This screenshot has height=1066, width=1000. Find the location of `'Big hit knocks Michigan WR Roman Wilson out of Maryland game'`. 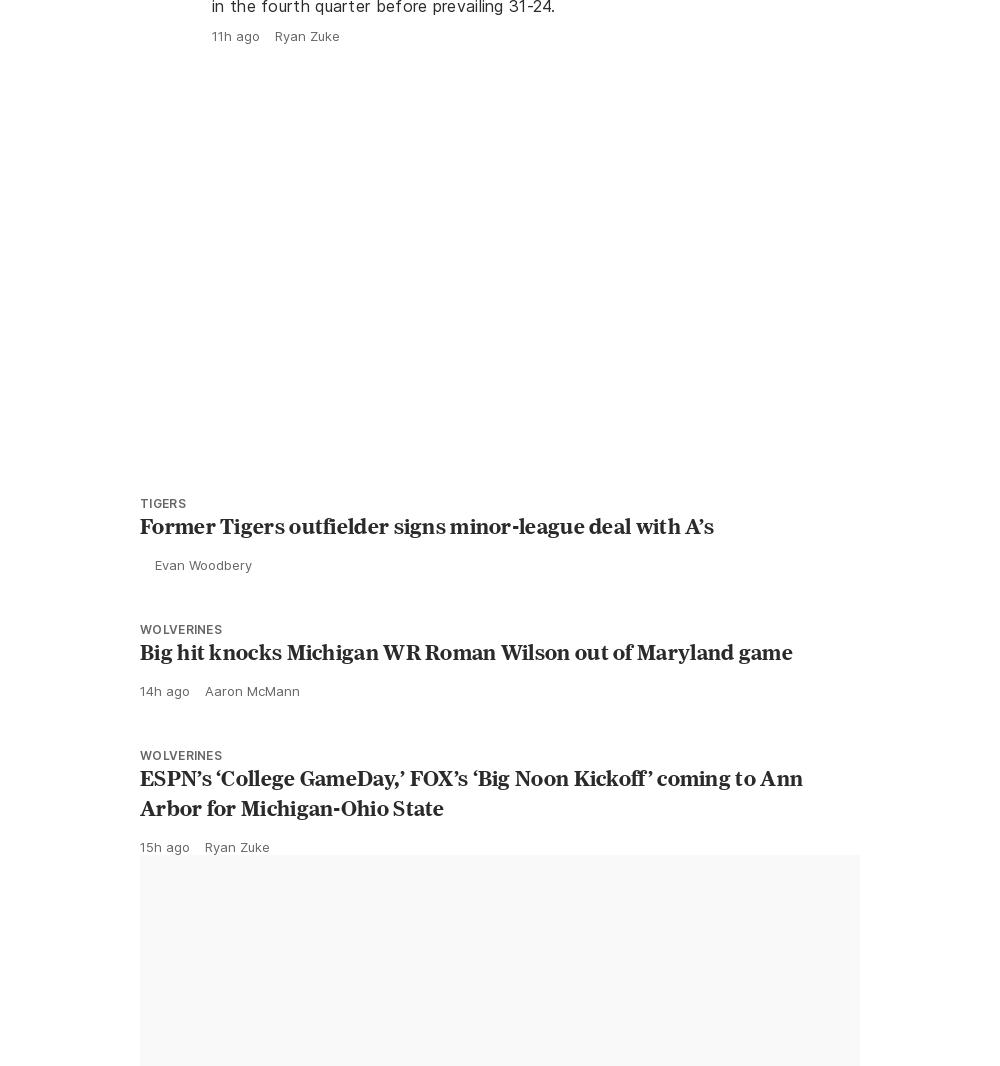

'Big hit knocks Michigan WR Roman Wilson out of Maryland game' is located at coordinates (465, 694).